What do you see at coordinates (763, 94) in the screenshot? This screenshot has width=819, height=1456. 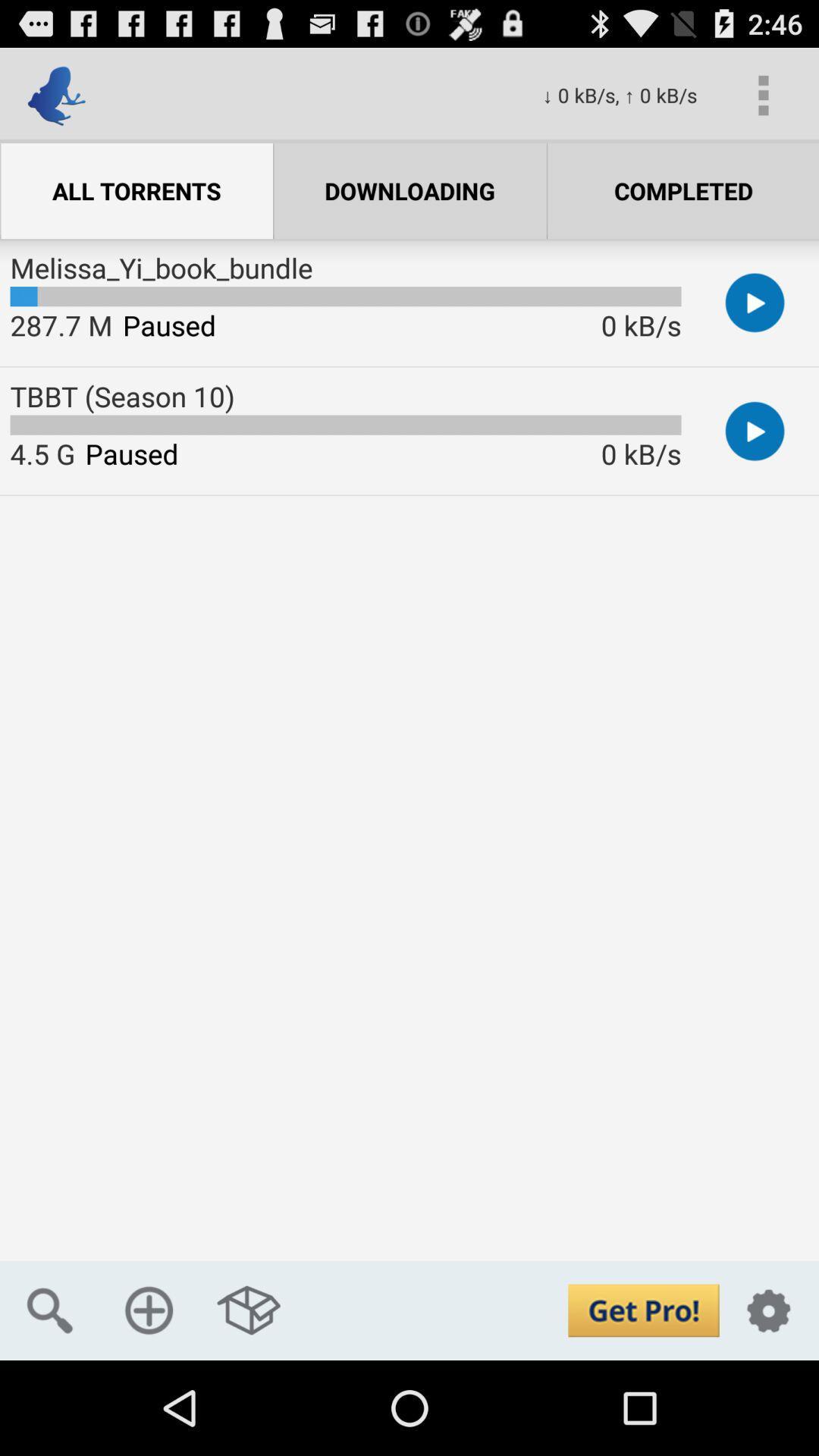 I see `icon next to 0 kb s icon` at bounding box center [763, 94].